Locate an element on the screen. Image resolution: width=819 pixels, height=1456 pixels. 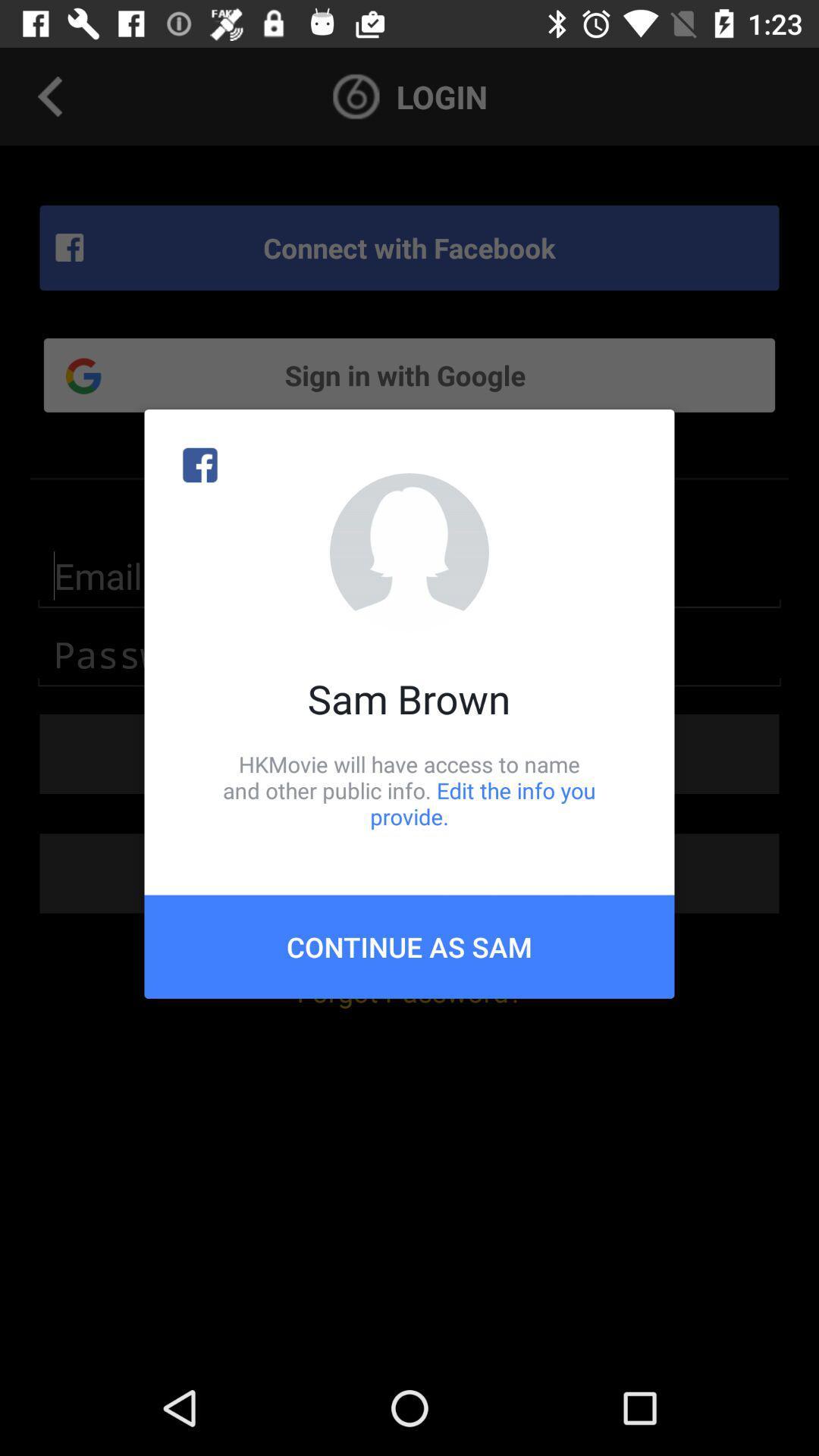
the hkmovie will have item is located at coordinates (409, 789).